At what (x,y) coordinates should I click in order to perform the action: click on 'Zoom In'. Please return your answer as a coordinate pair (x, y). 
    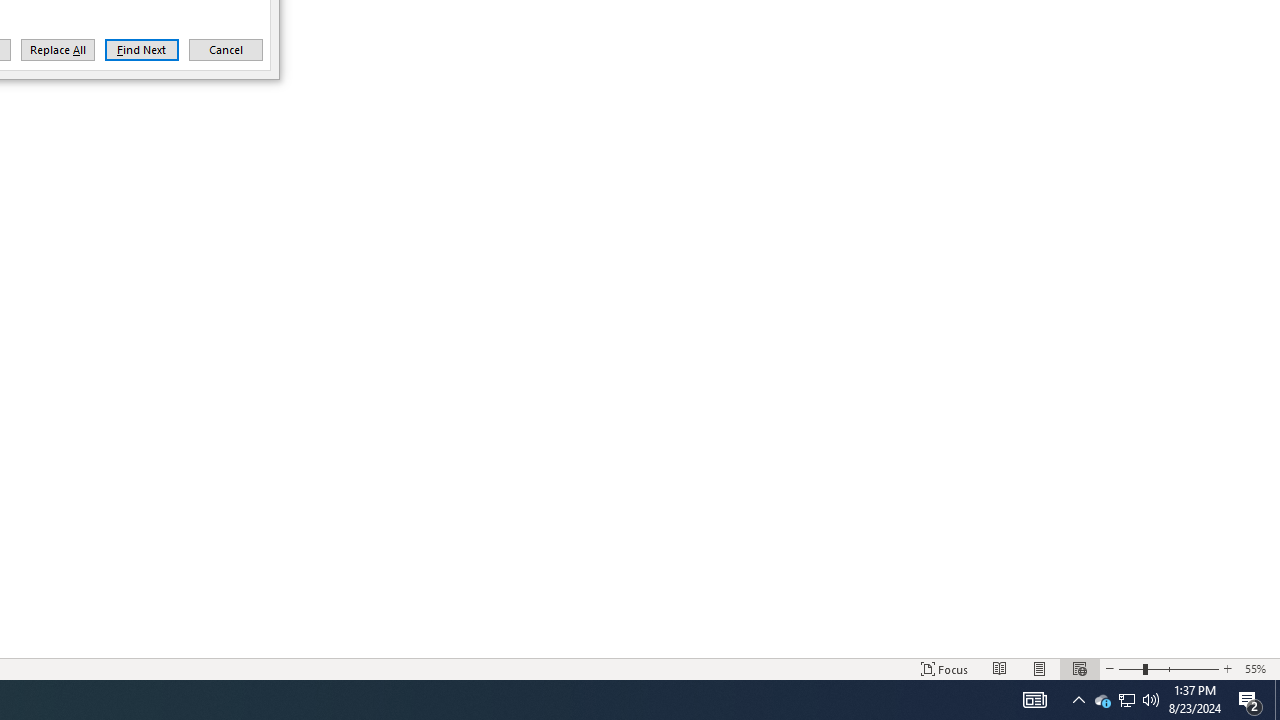
    Looking at the image, I should click on (1226, 669).